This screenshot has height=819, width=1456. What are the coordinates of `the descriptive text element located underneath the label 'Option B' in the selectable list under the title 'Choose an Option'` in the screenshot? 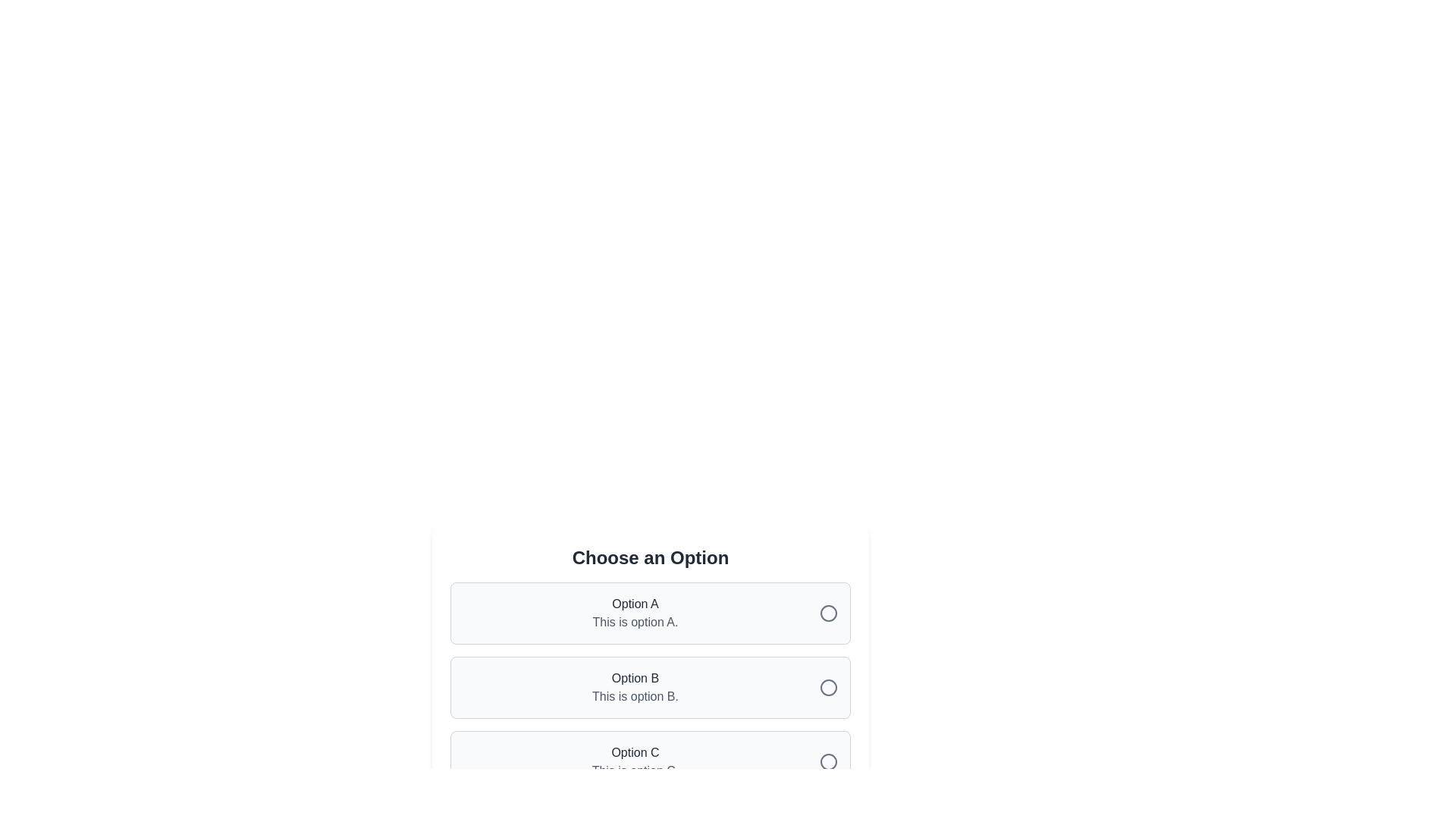 It's located at (635, 696).